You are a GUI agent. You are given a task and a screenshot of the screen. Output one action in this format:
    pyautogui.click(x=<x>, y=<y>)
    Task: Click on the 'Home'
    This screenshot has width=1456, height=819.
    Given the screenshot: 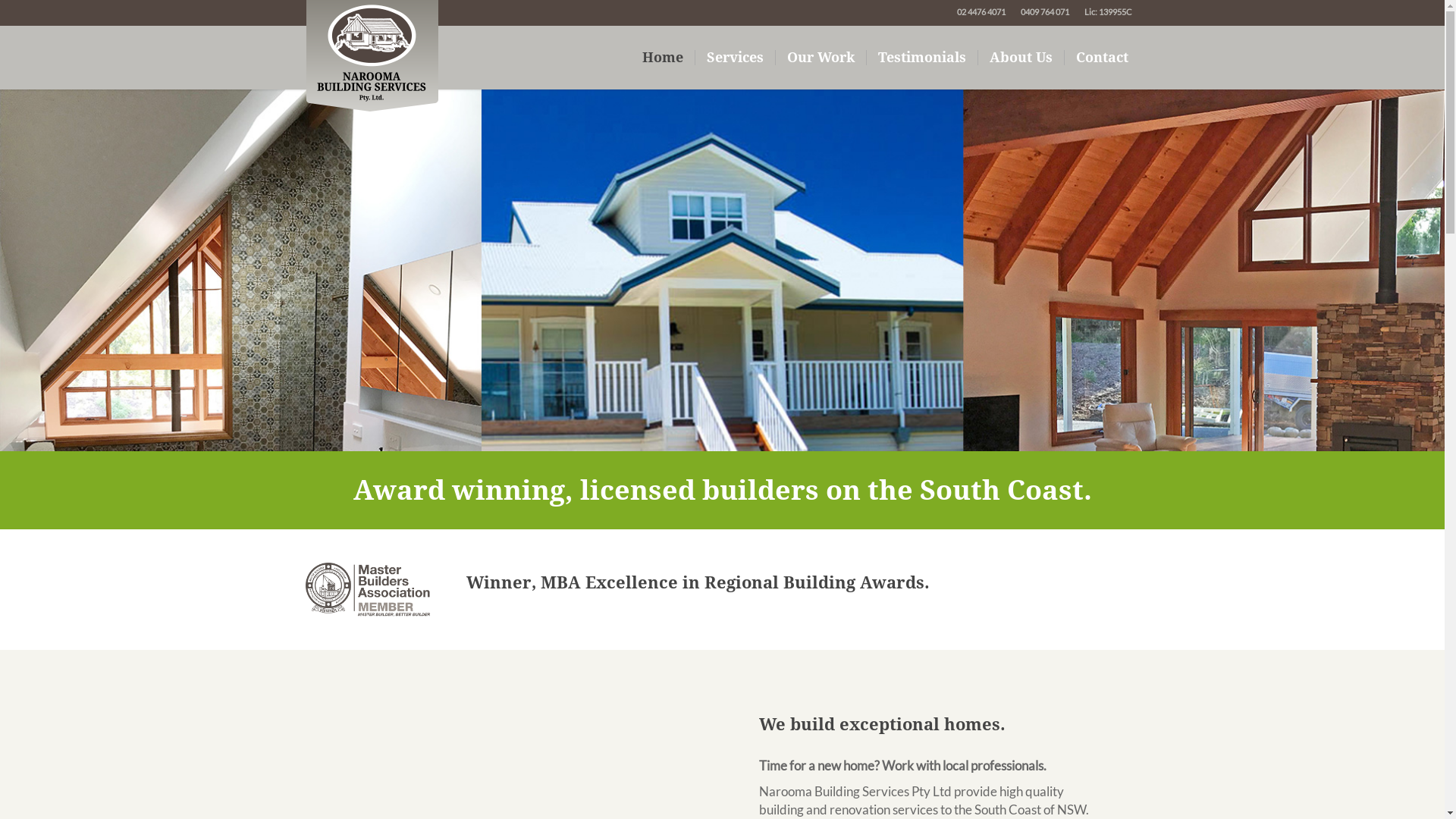 What is the action you would take?
    pyautogui.click(x=663, y=57)
    